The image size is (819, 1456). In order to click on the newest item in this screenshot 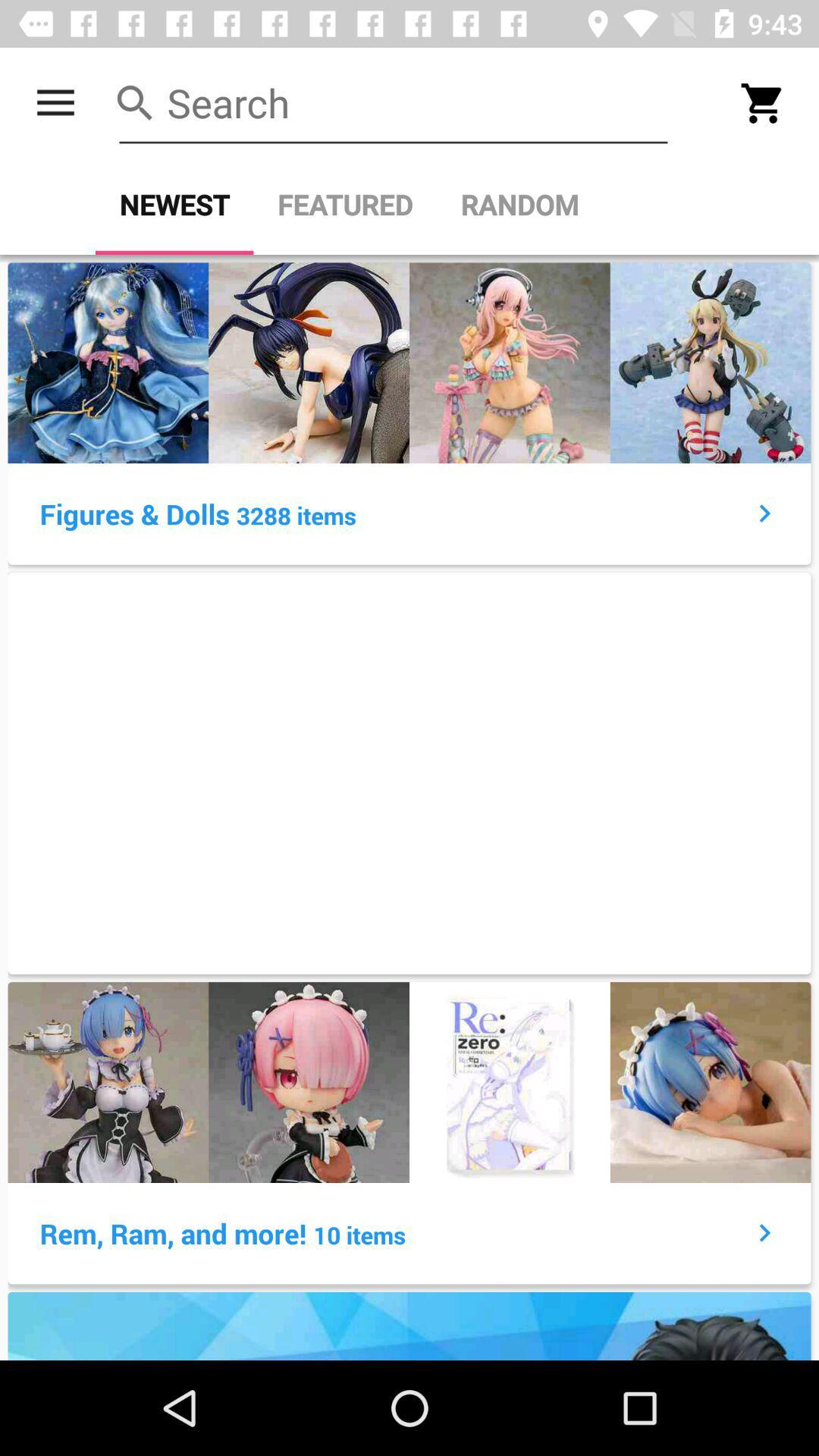, I will do `click(174, 204)`.